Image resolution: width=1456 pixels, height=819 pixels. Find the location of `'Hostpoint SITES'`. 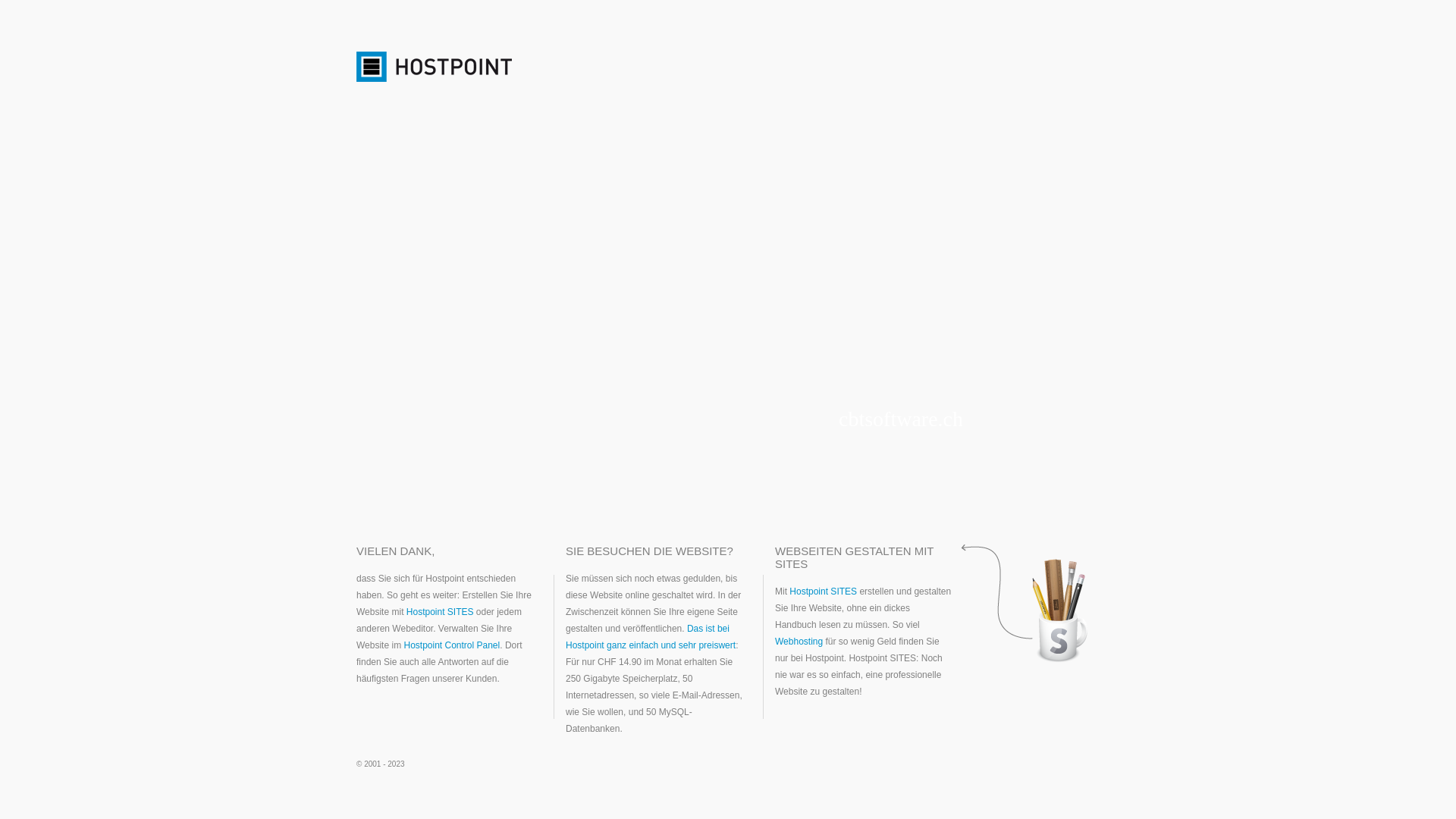

'Hostpoint SITES' is located at coordinates (439, 610).